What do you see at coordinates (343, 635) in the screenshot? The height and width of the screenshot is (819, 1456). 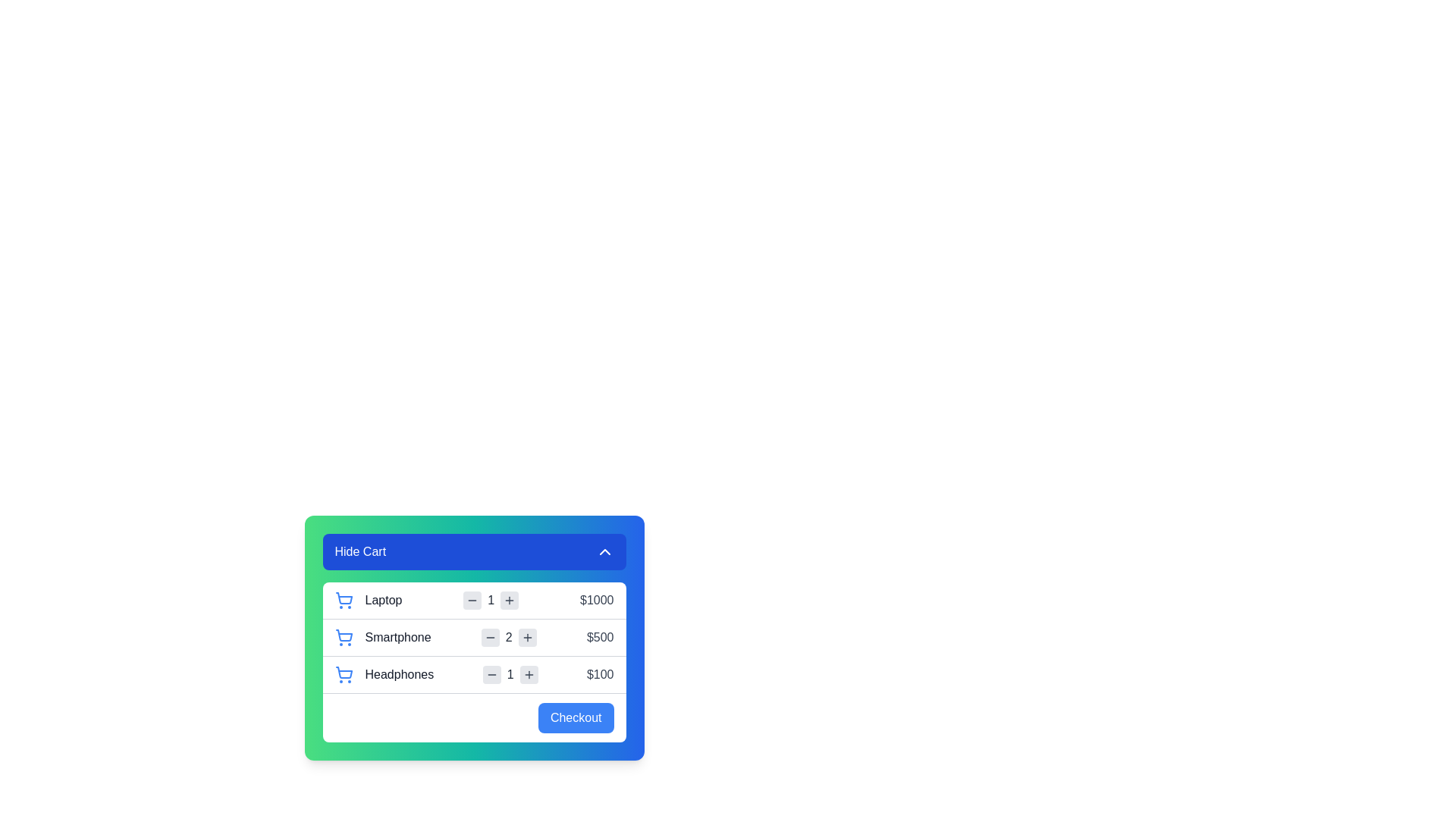 I see `the shopping cart icon component located on the far-left side of the 'Smartphone' row in the shopping cart panel, which is the second item in a list of three` at bounding box center [343, 635].